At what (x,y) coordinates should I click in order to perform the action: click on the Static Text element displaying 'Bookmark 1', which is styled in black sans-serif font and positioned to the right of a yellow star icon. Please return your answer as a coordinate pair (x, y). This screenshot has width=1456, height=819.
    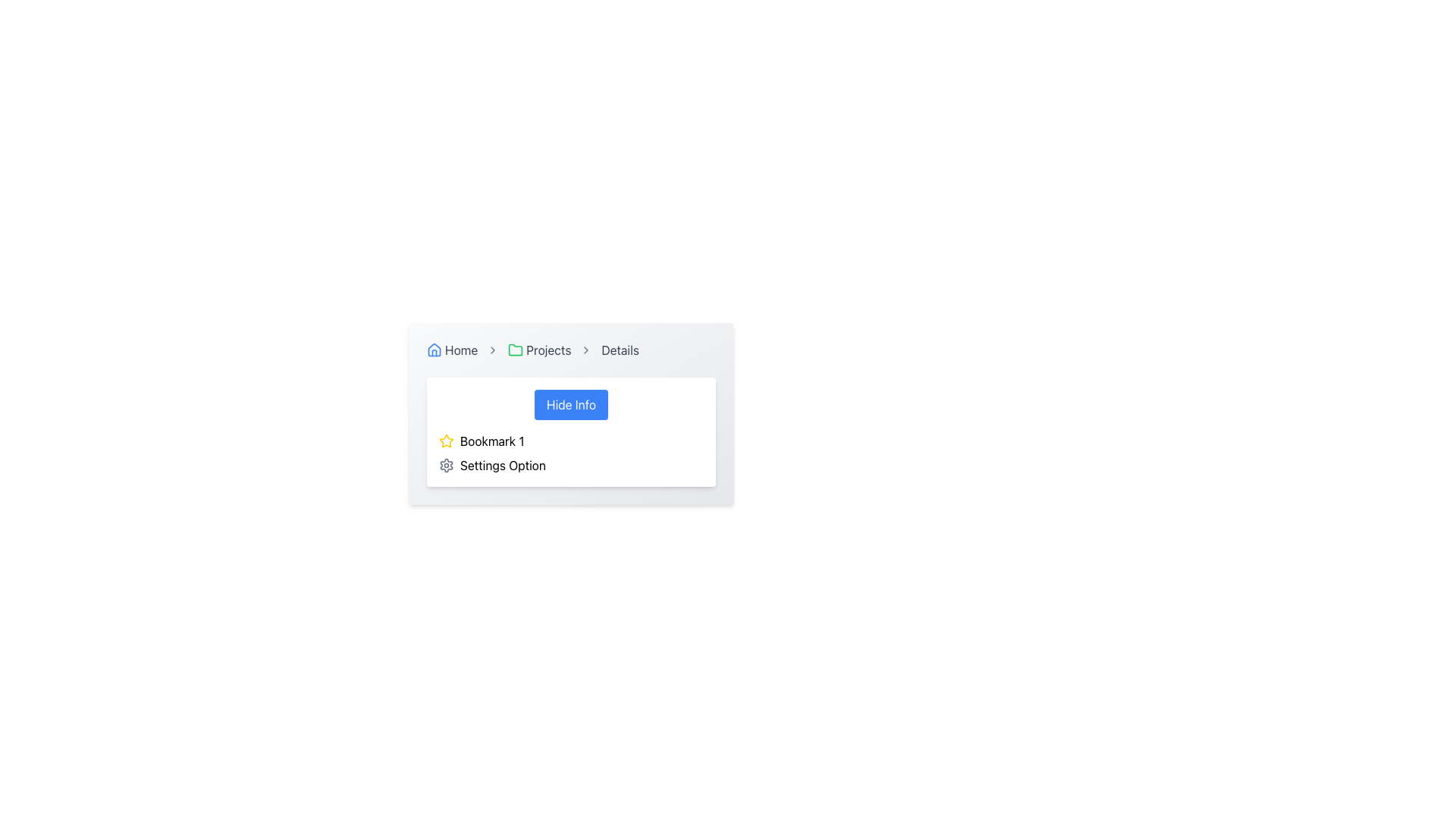
    Looking at the image, I should click on (492, 441).